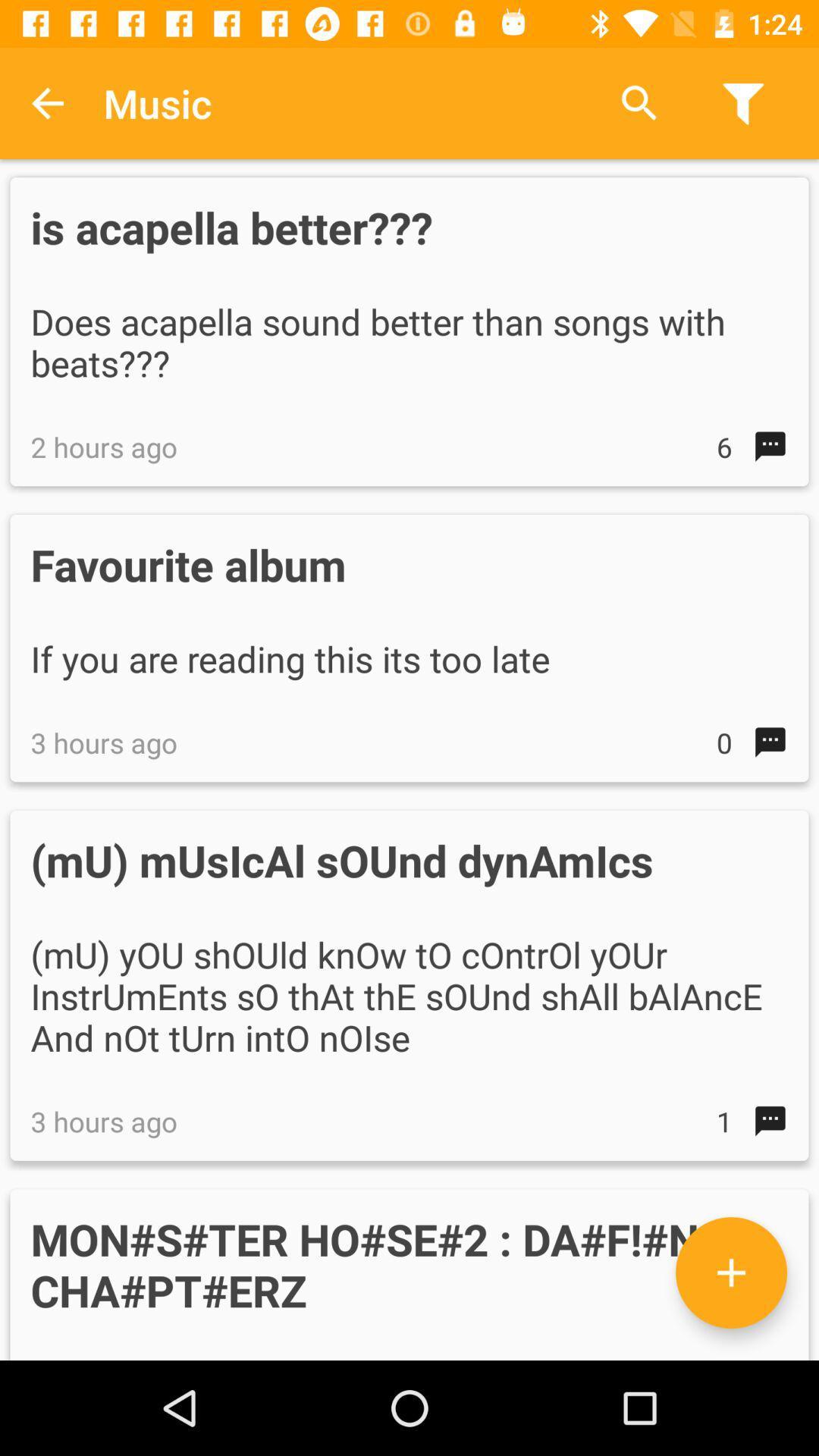 The height and width of the screenshot is (1456, 819). Describe the element at coordinates (730, 1272) in the screenshot. I see `icon below 1` at that location.